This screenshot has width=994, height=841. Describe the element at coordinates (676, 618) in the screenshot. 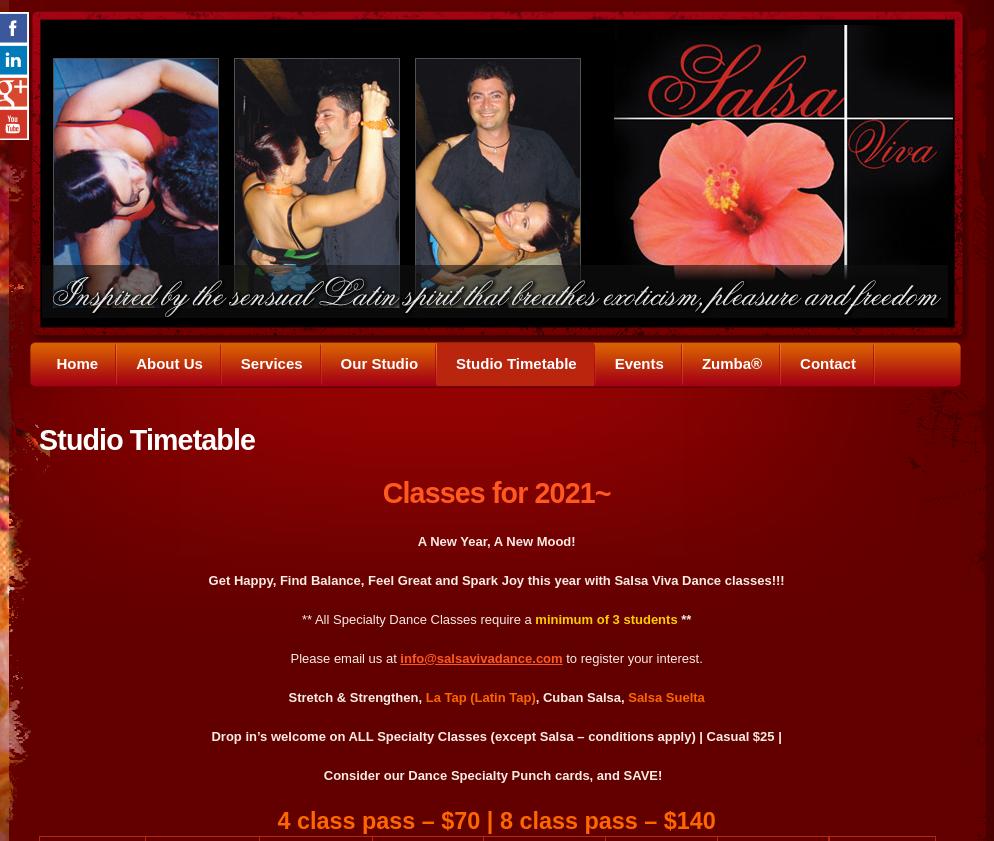

I see `'**'` at that location.